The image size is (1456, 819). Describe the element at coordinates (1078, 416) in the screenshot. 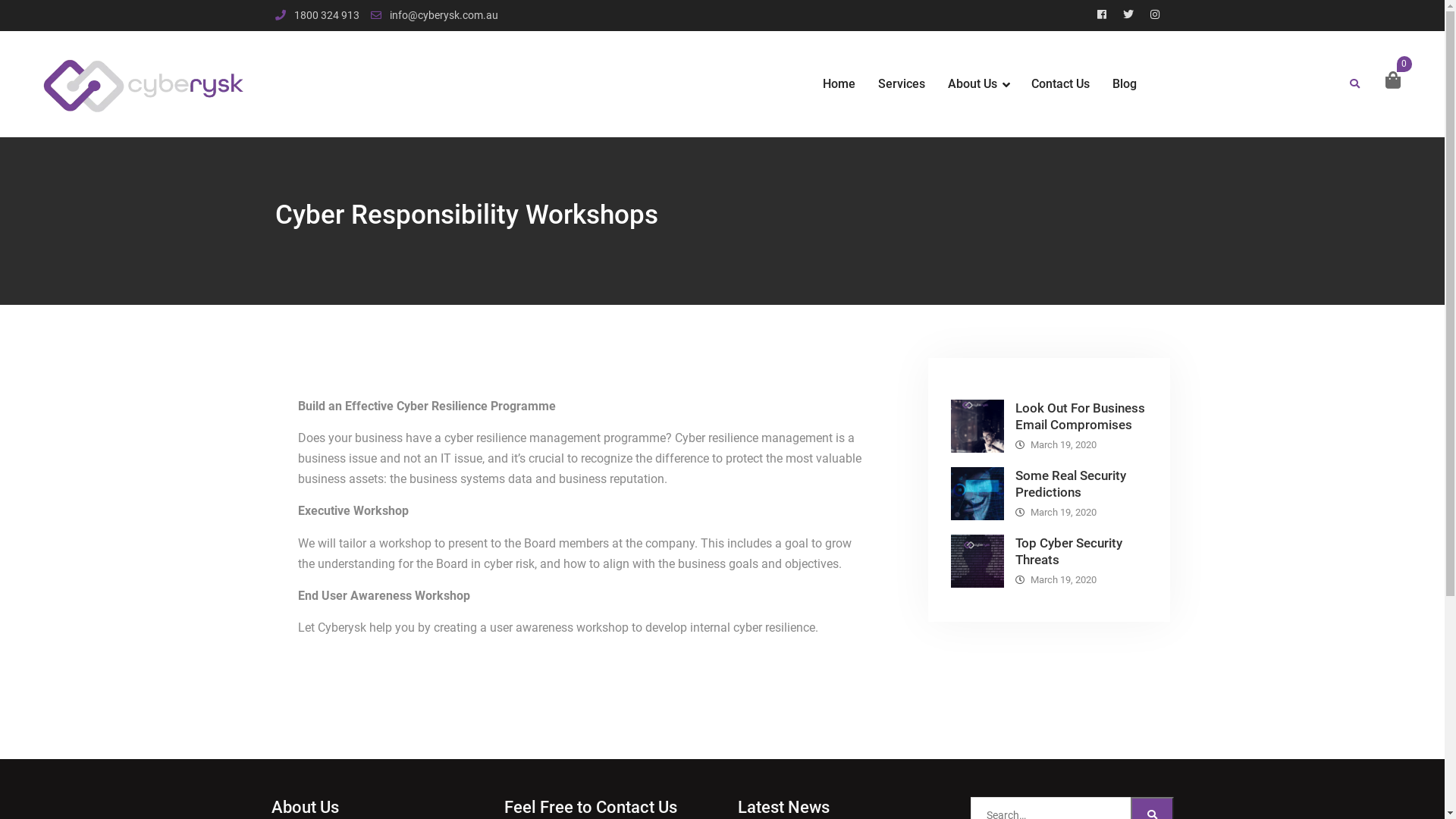

I see `'Look Out For Business Email Compromises'` at that location.